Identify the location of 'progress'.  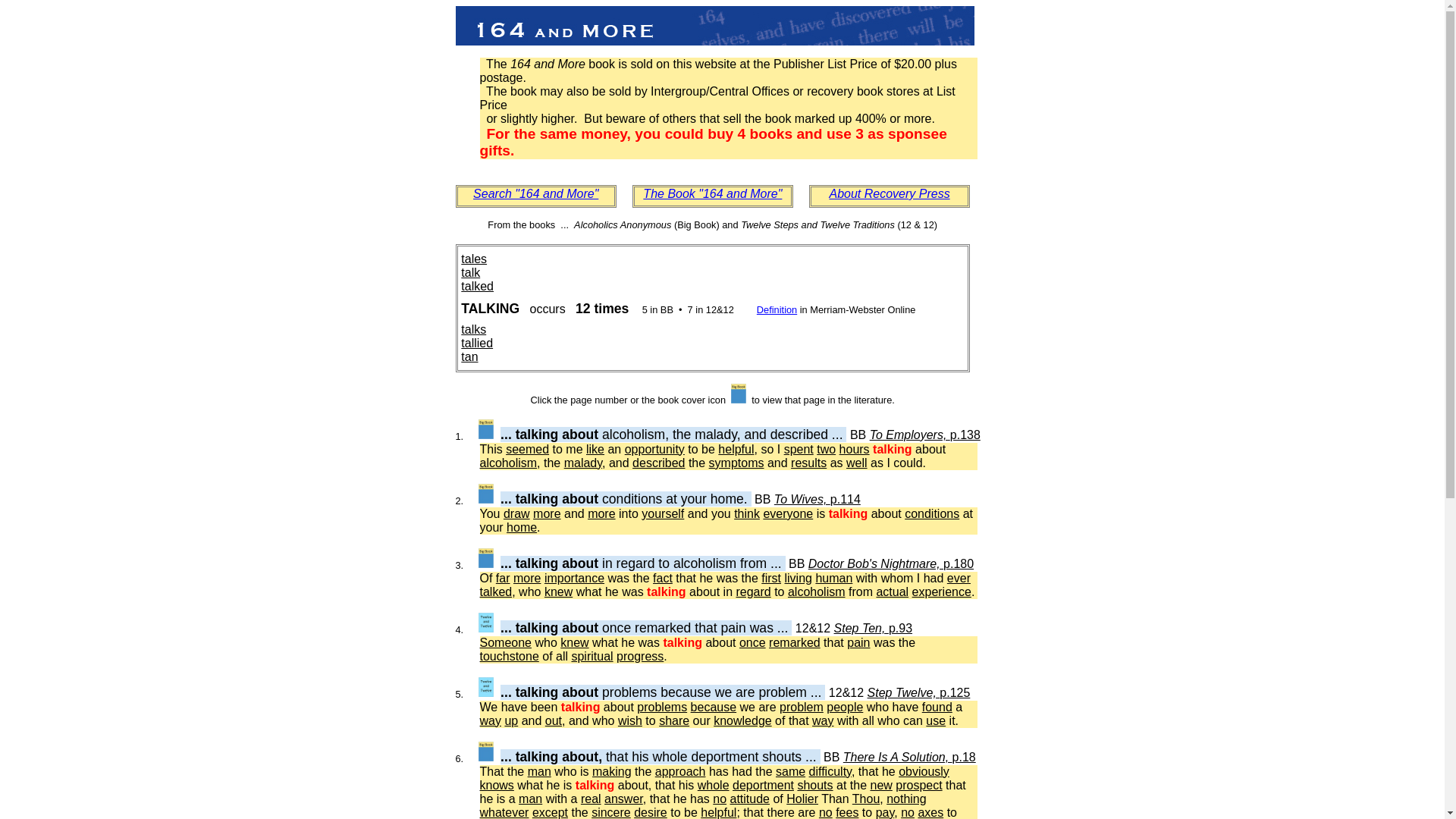
(640, 655).